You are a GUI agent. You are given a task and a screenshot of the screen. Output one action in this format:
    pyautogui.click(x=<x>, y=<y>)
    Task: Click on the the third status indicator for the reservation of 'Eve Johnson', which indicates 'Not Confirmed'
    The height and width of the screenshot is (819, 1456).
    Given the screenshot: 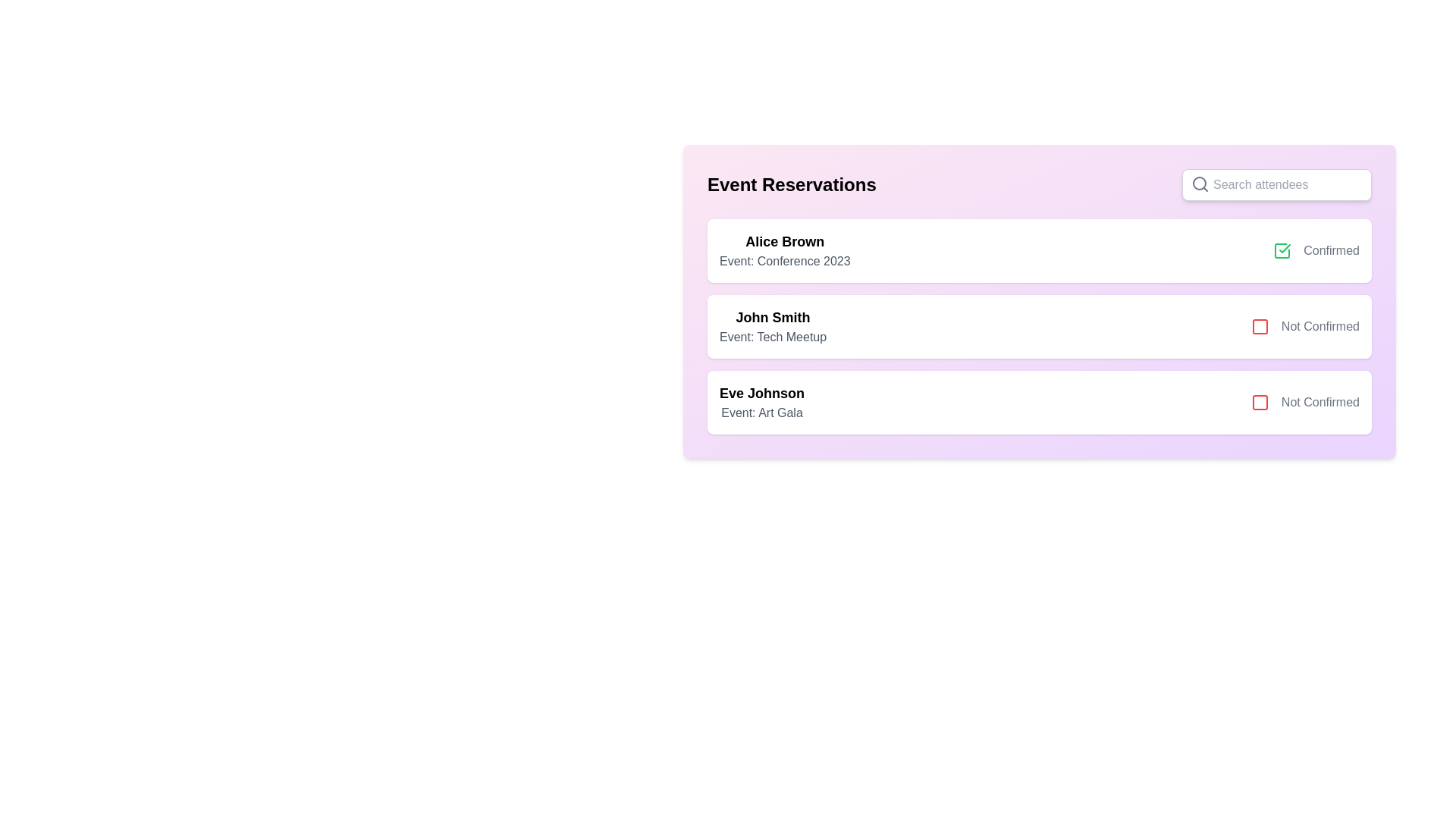 What is the action you would take?
    pyautogui.click(x=1304, y=402)
    